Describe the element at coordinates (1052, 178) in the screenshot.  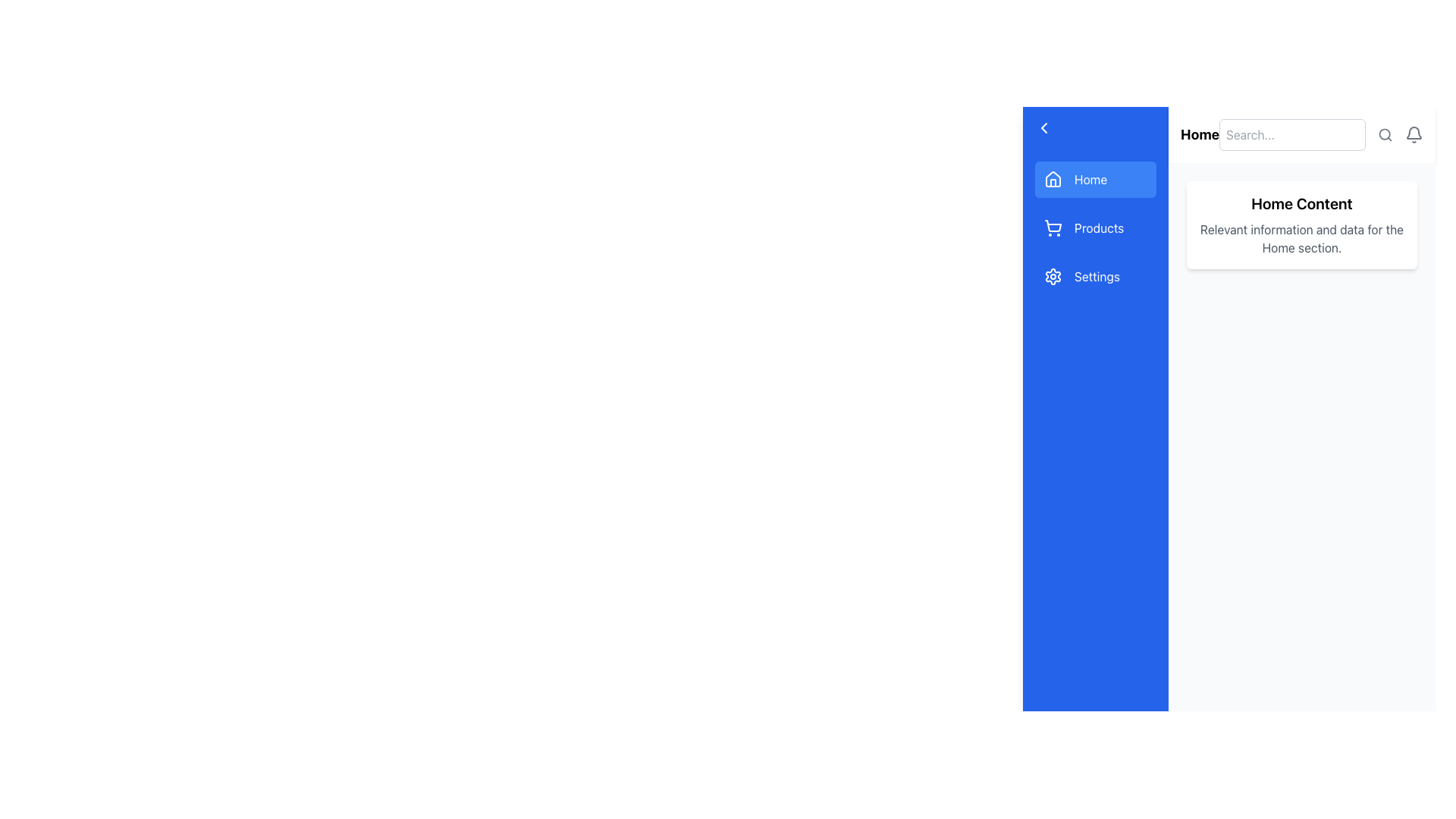
I see `the 'Home' button which contains the house icon in the left sidebar navigation menu` at that location.